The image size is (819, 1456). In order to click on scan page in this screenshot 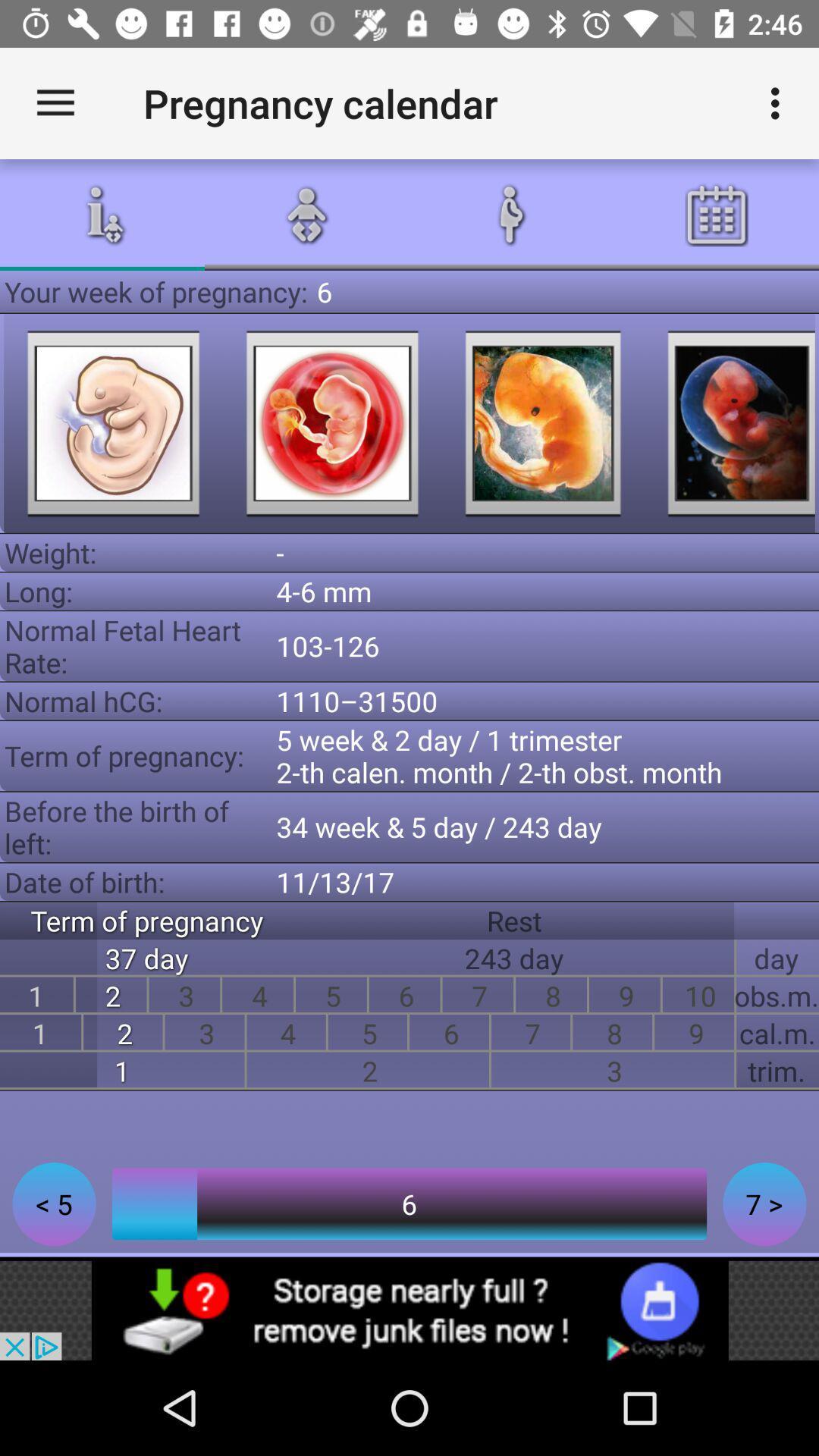, I will do `click(331, 423)`.